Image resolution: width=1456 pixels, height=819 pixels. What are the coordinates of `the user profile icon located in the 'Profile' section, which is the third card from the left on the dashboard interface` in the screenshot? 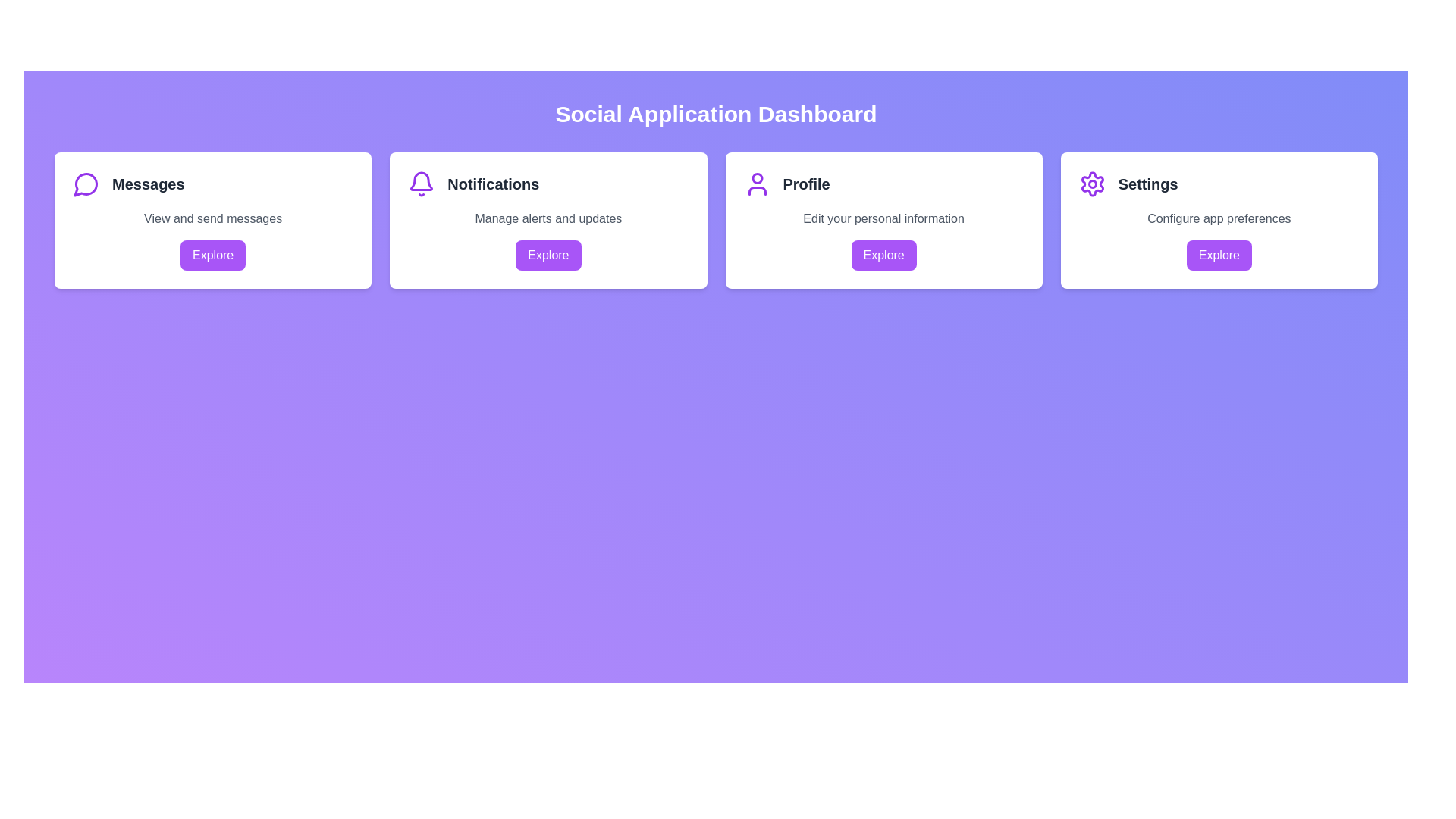 It's located at (757, 184).